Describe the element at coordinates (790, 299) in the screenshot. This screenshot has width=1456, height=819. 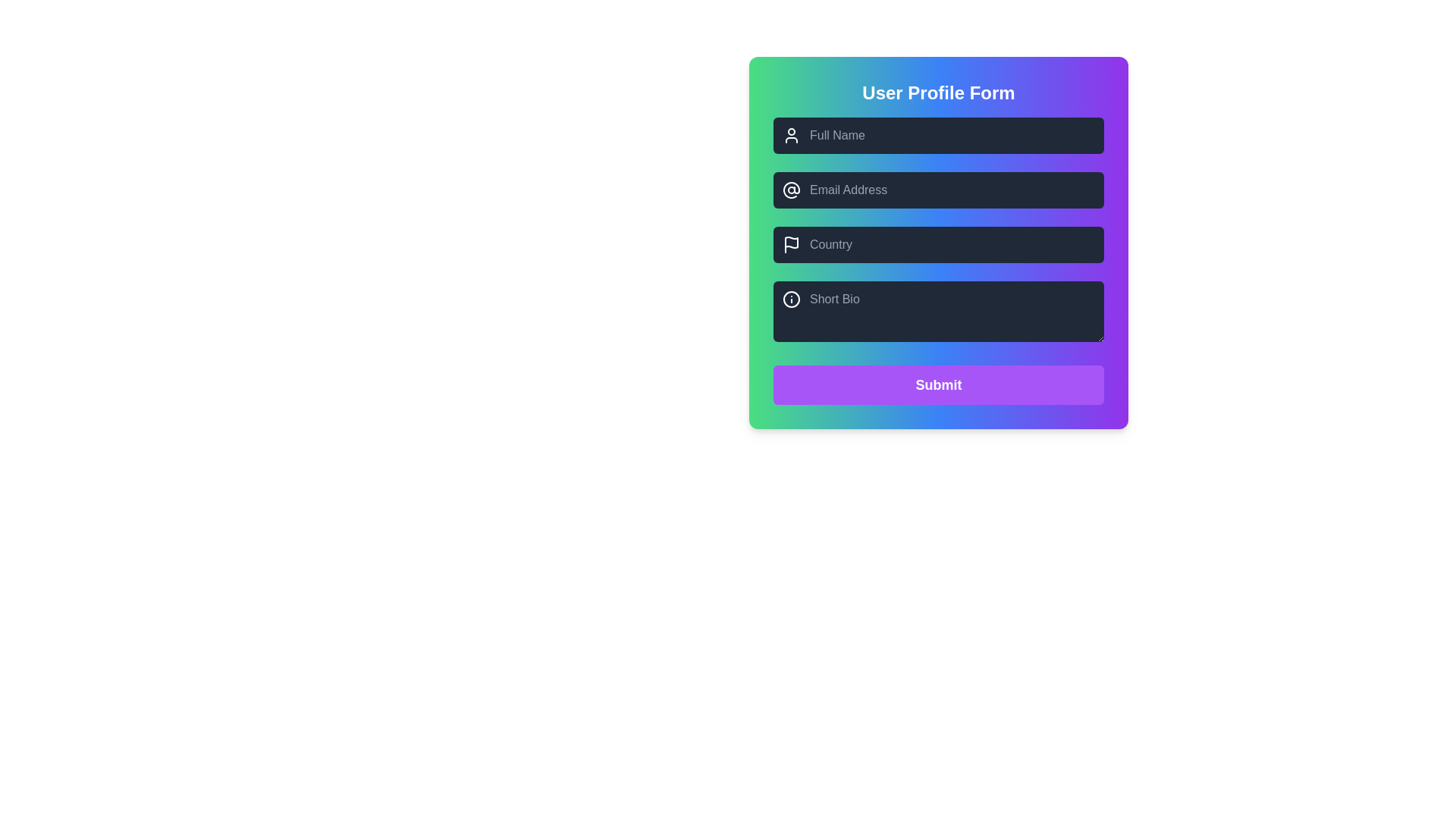
I see `the circular icon located in the top-left corner of the 'Short Bio' field` at that location.